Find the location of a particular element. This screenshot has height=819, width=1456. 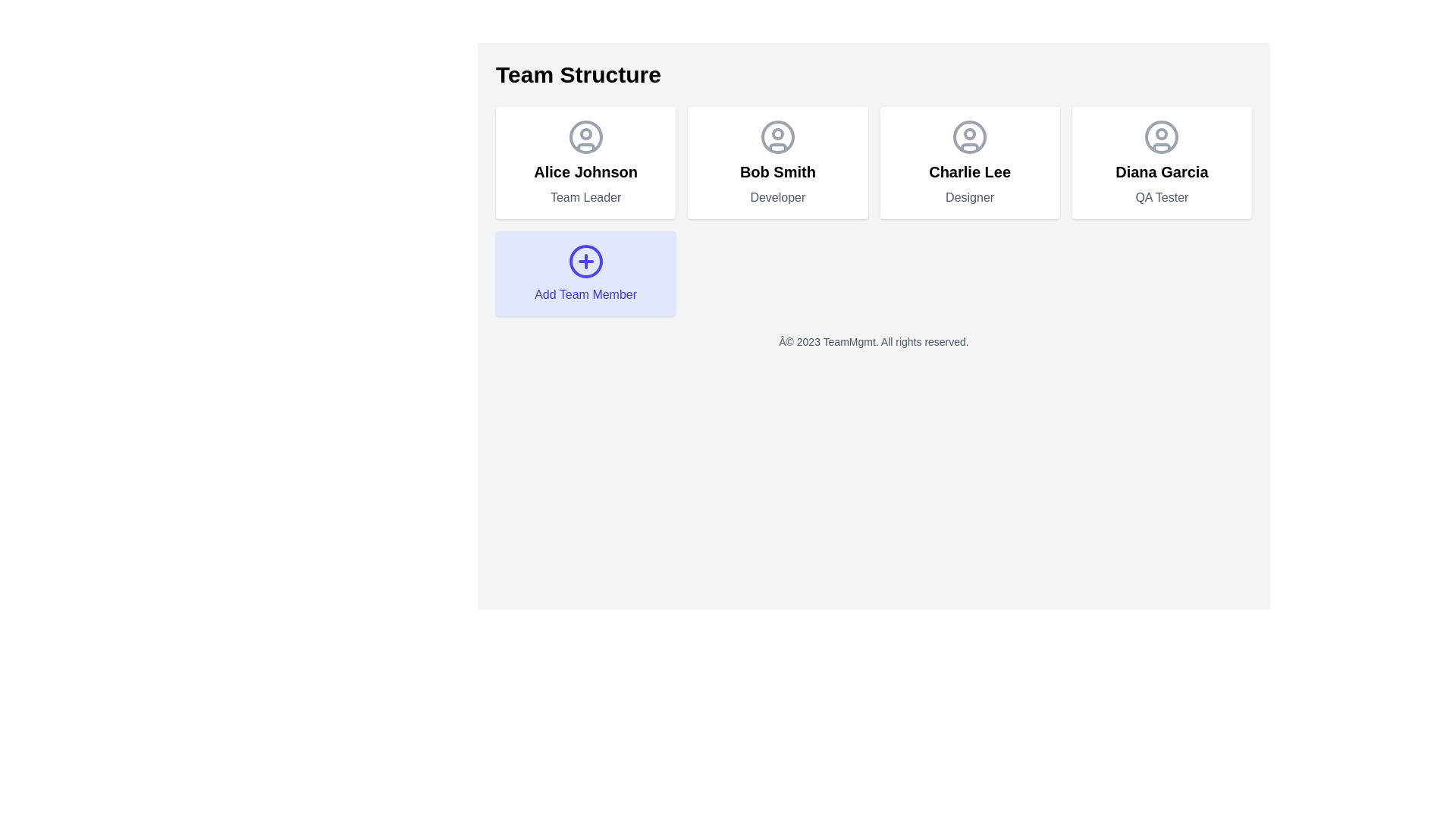

the Text Label indicating the job title 'Bob Smith' located at the bottom of the second card in the top row of the grid layout is located at coordinates (777, 197).